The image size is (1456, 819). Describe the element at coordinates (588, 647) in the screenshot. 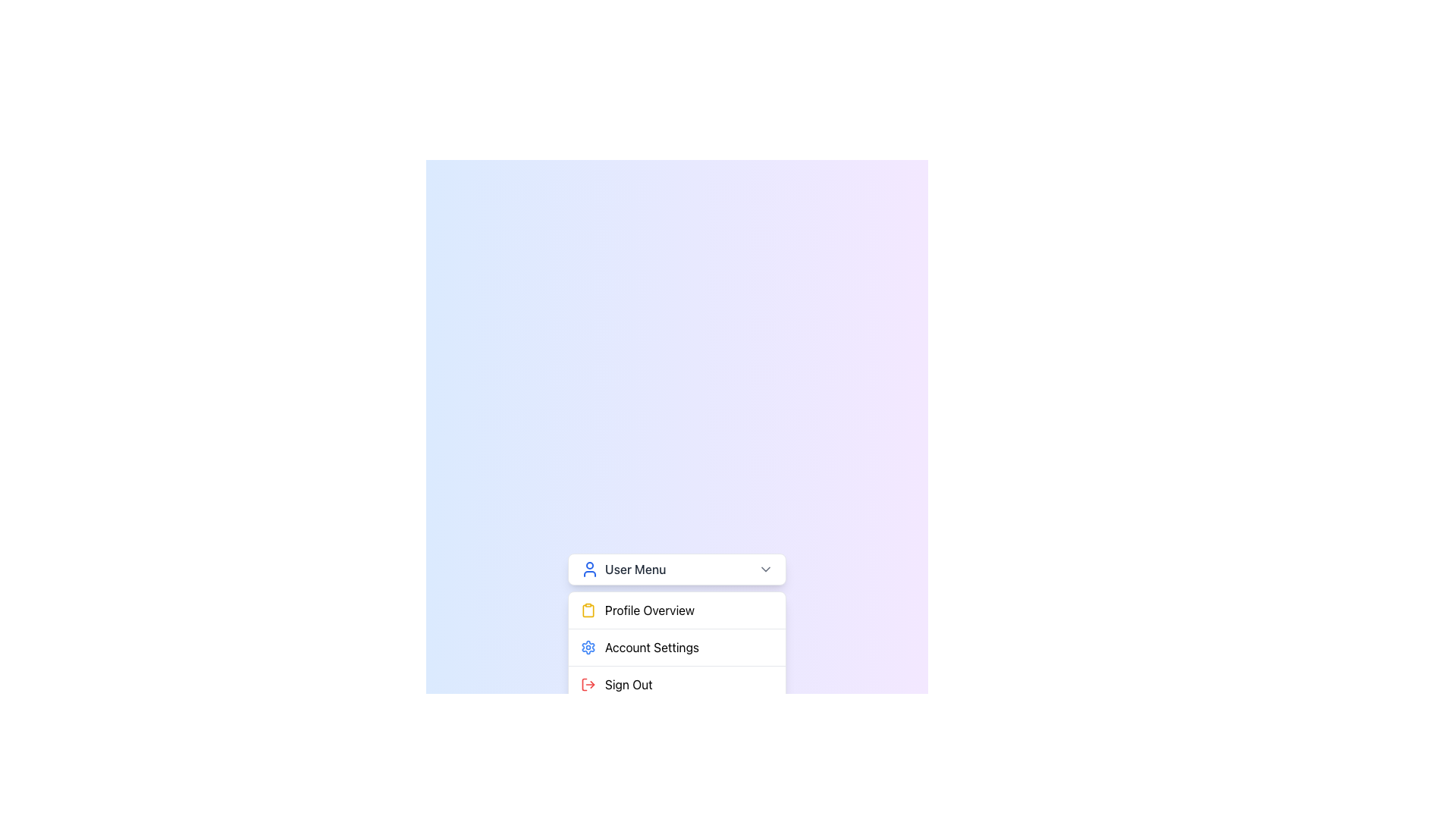

I see `the settings icon within the User Menu dropdown, which signifies customization options` at that location.